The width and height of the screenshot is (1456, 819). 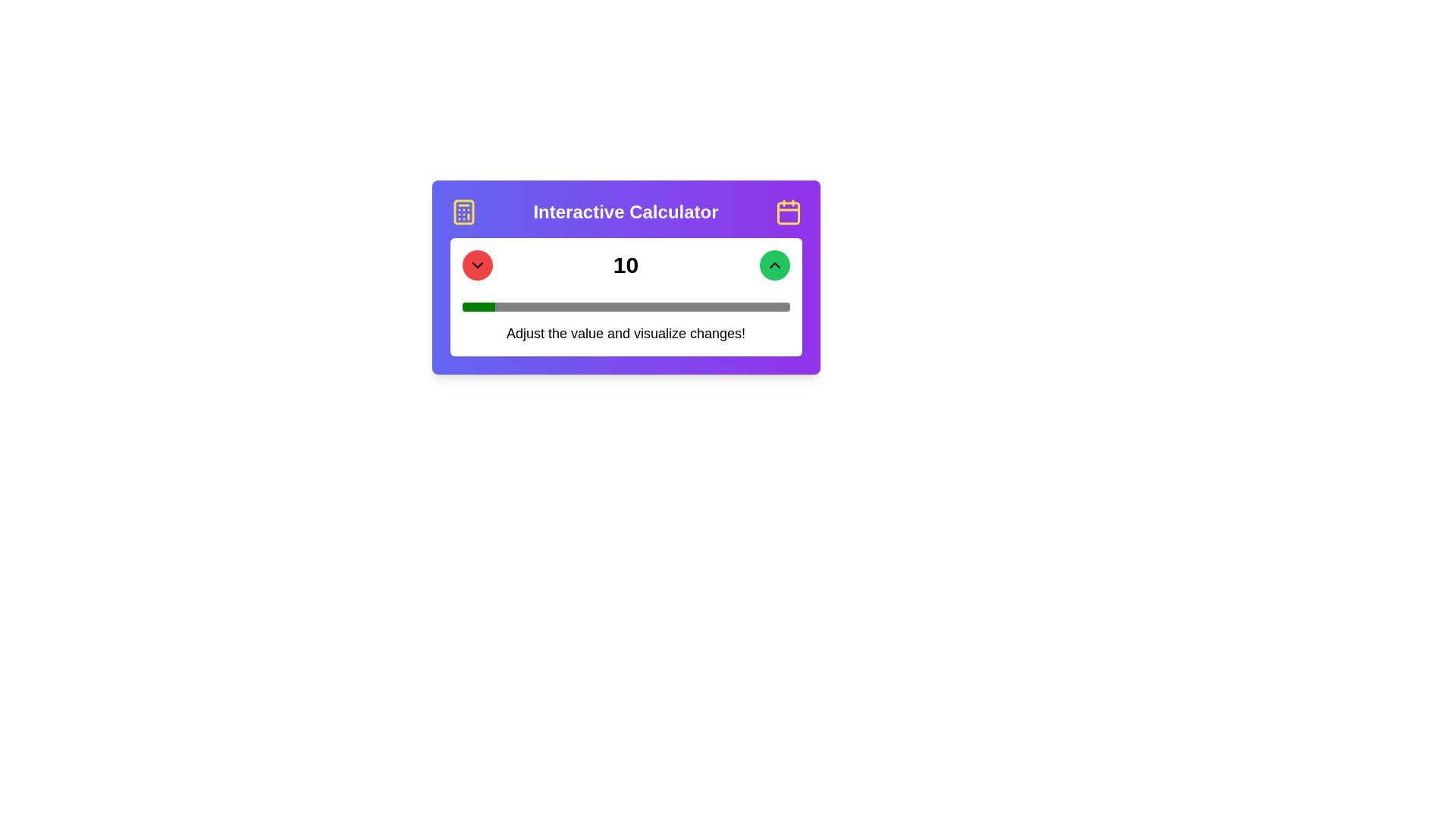 I want to click on the rightmost circular button with a bright green background and an upward-pointing chevron icon to increment the value, so click(x=774, y=265).